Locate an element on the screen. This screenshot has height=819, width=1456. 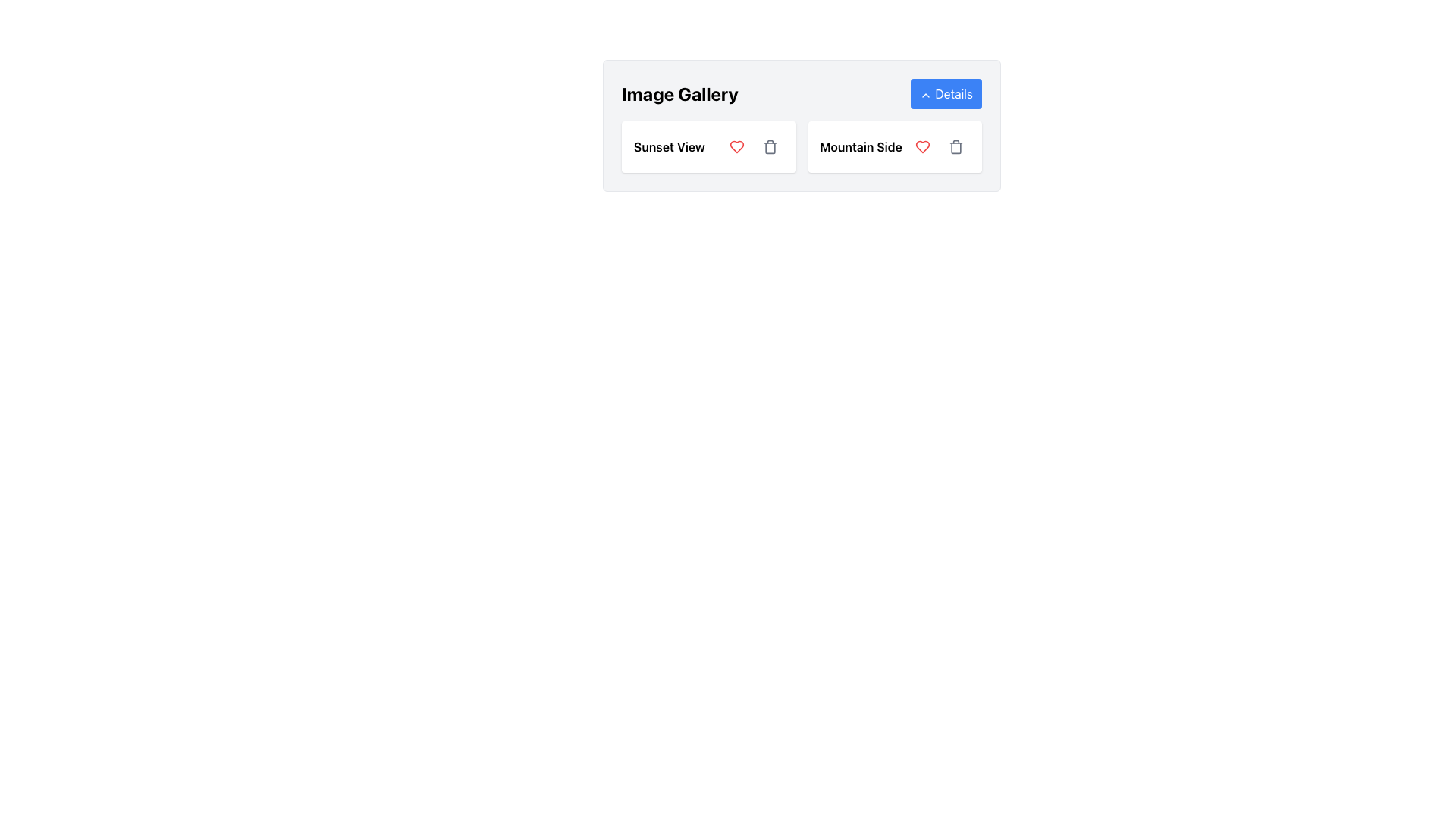
the trash can icon button located in the 'Image Gallery' section next to the 'Sunset View' label is located at coordinates (770, 146).